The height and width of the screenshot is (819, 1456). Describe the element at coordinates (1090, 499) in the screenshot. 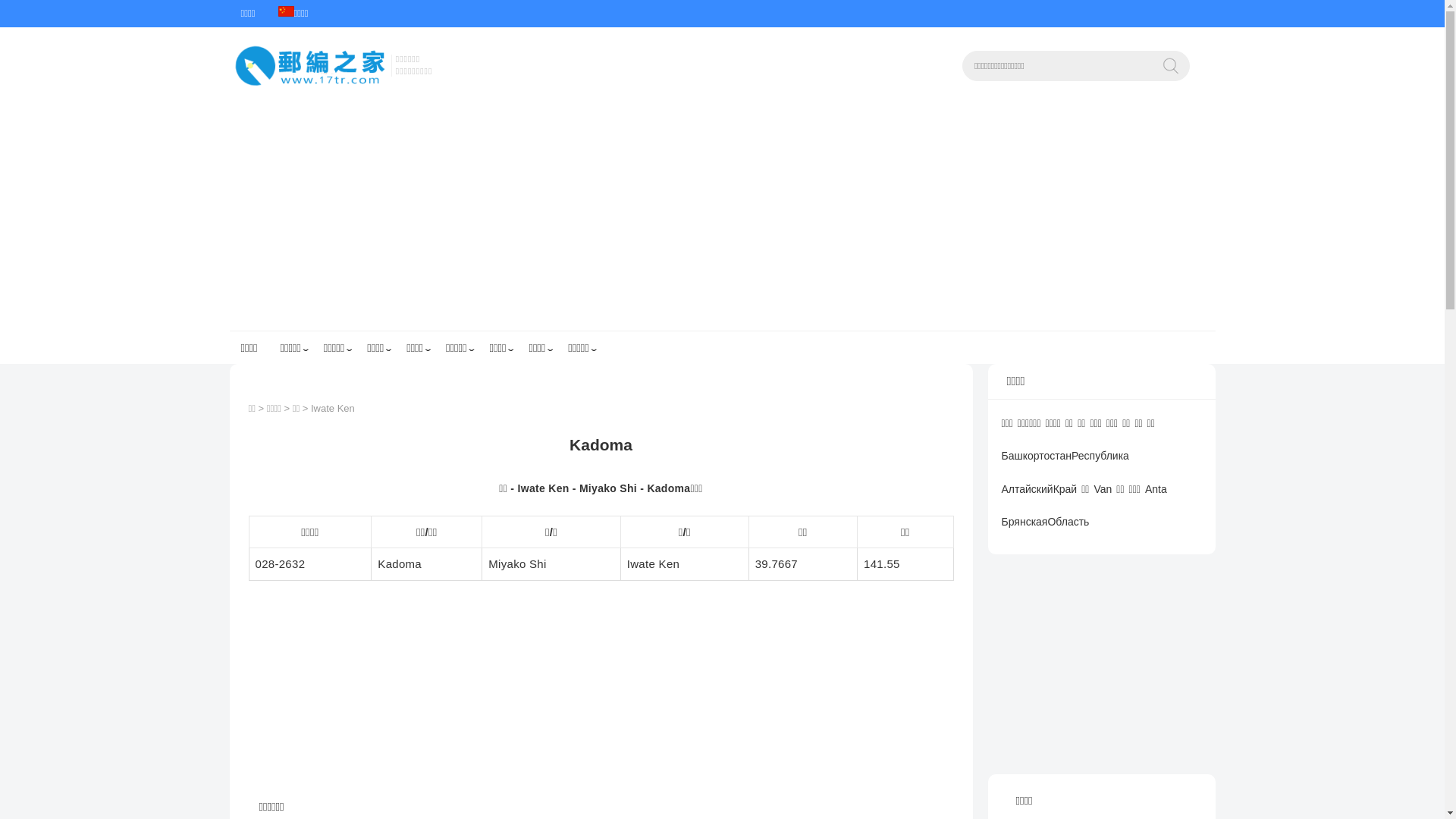

I see `'Van'` at that location.